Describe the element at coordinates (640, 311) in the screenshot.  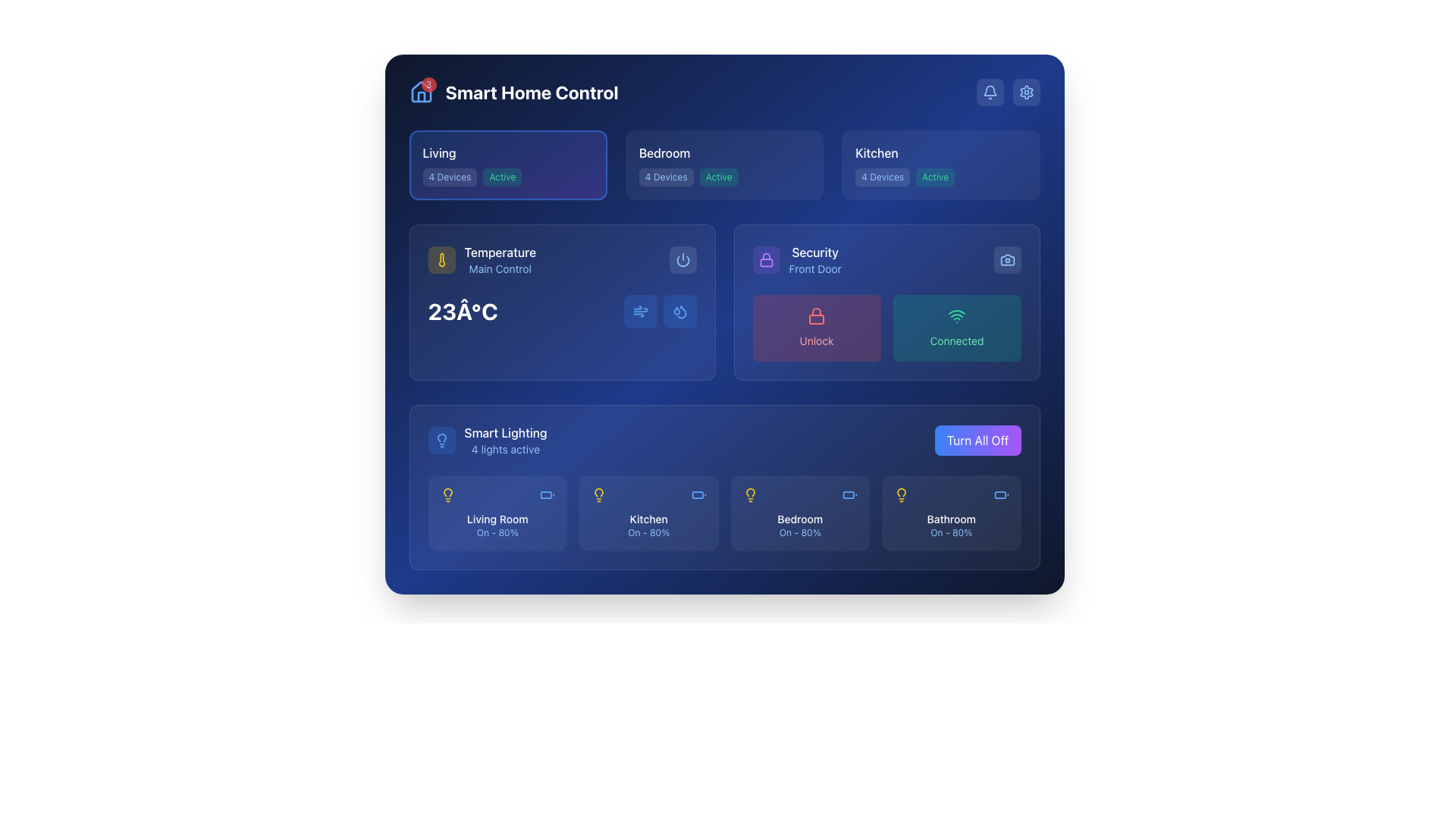
I see `the wind-related settings button located on the left side of the second control button under the temperature display` at that location.